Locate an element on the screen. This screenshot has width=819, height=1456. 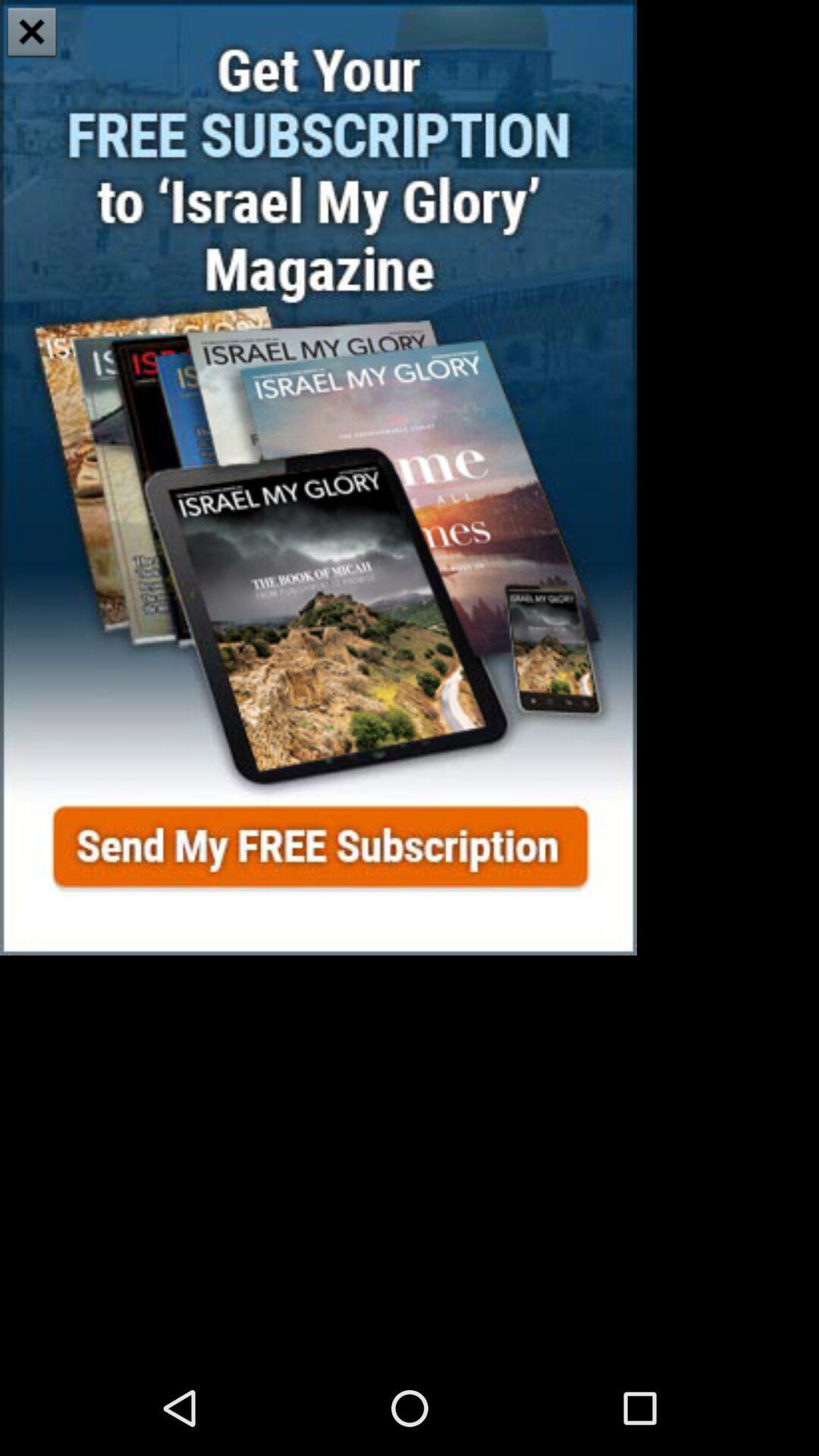
the close icon is located at coordinates (32, 33).